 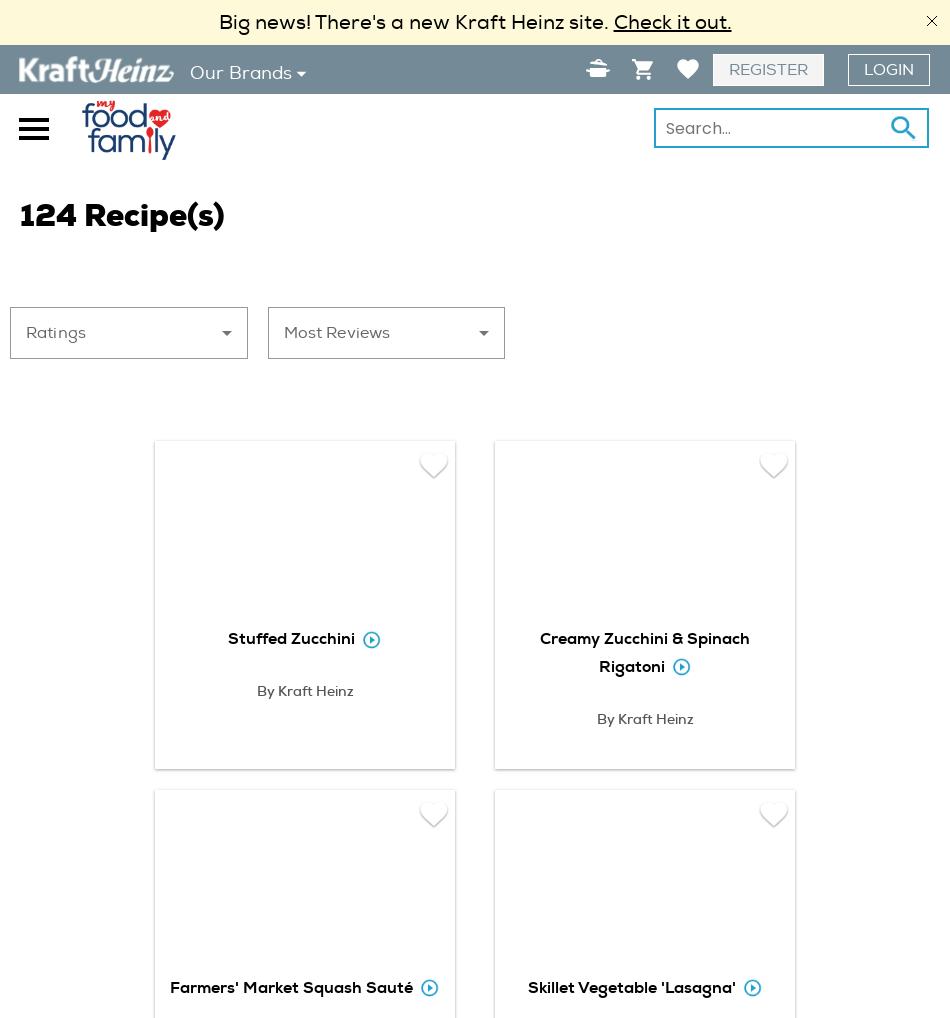 What do you see at coordinates (587, 21) in the screenshot?
I see `'site.'` at bounding box center [587, 21].